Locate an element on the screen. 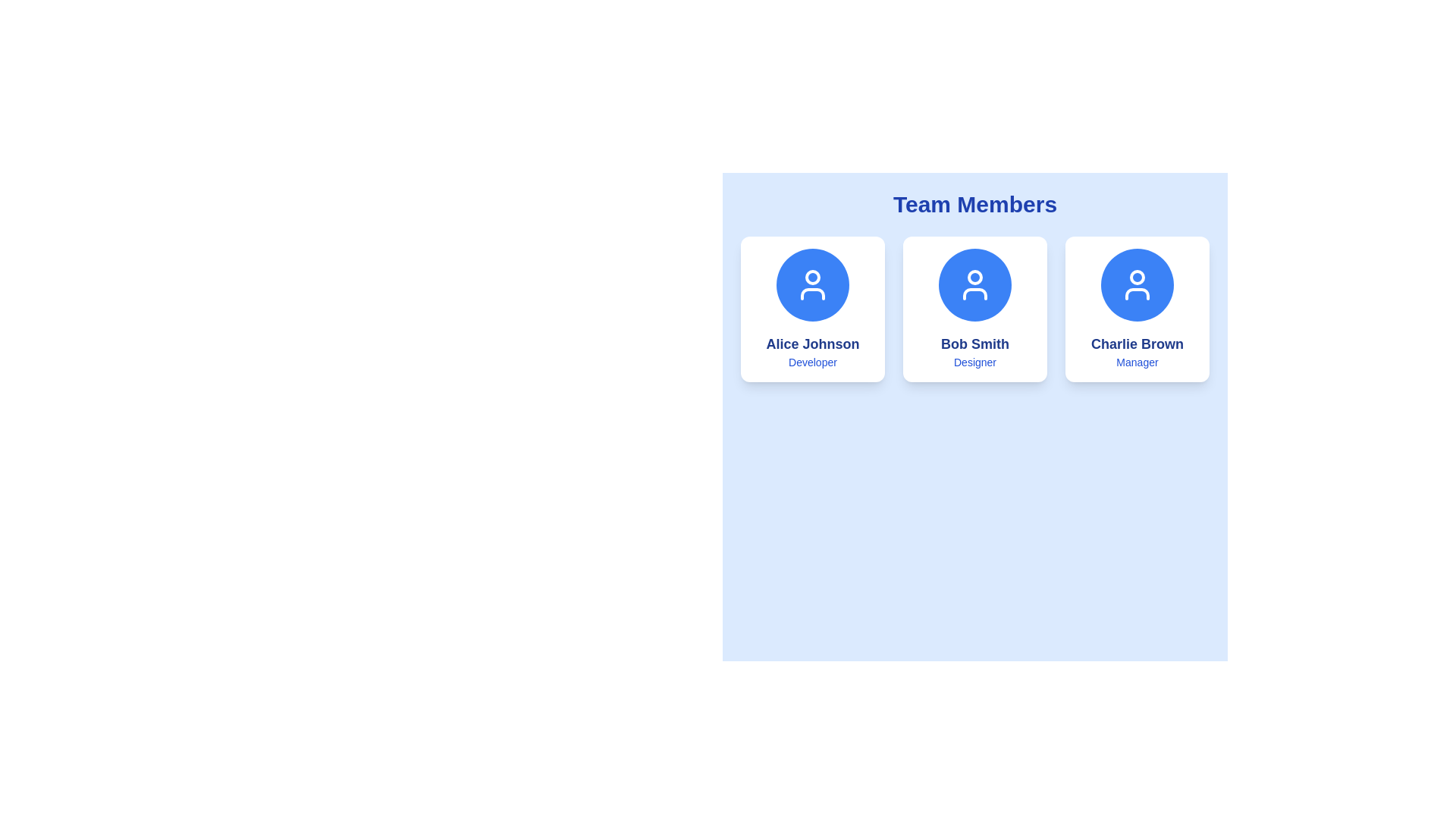 The width and height of the screenshot is (1456, 819). the circular graphical element located at the center-top portion of the avatar icon for team member 'Bob Smith' in the 'Team Members' section is located at coordinates (975, 278).